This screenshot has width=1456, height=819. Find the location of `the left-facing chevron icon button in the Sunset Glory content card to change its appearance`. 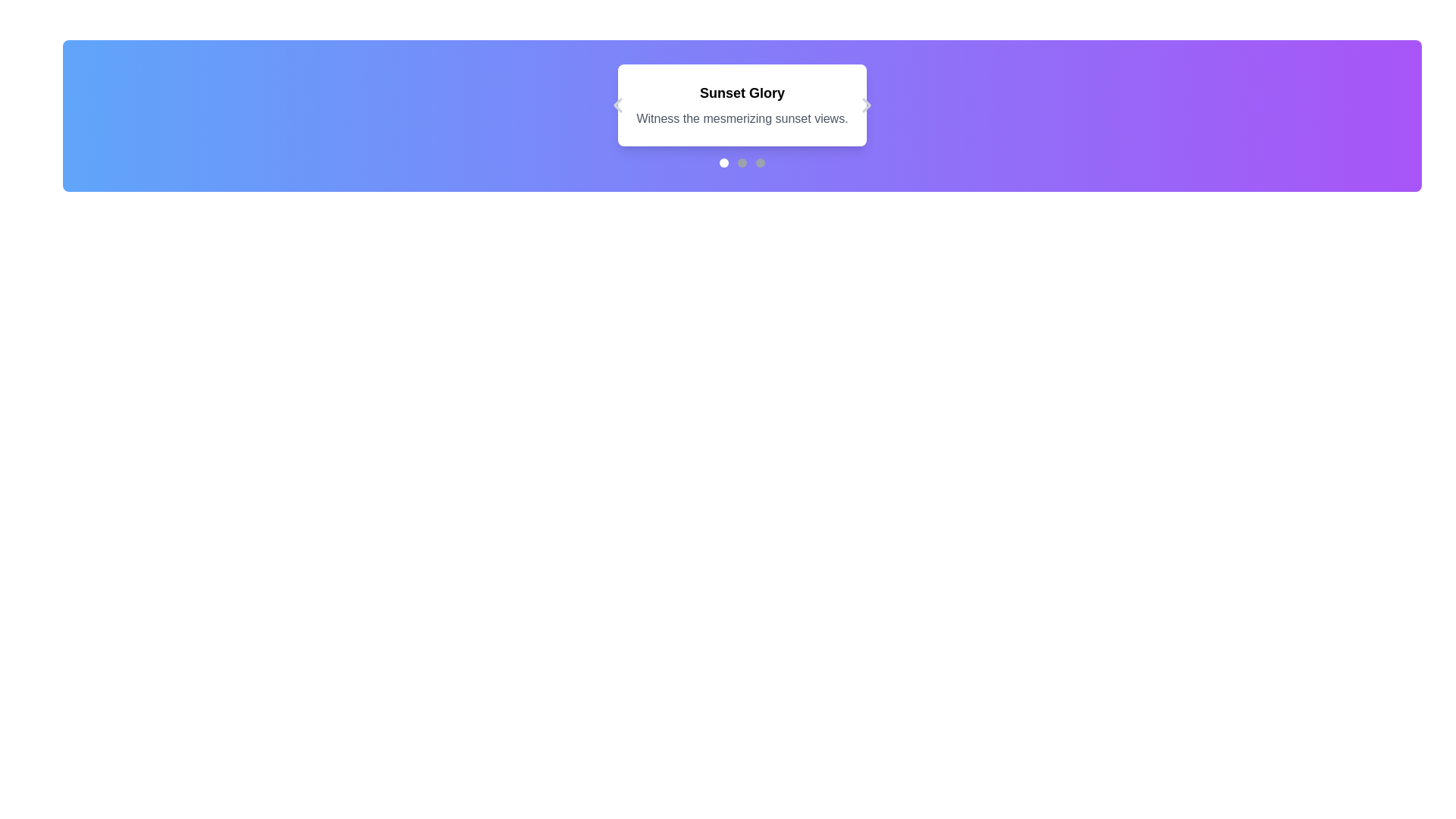

the left-facing chevron icon button in the Sunset Glory content card to change its appearance is located at coordinates (618, 104).